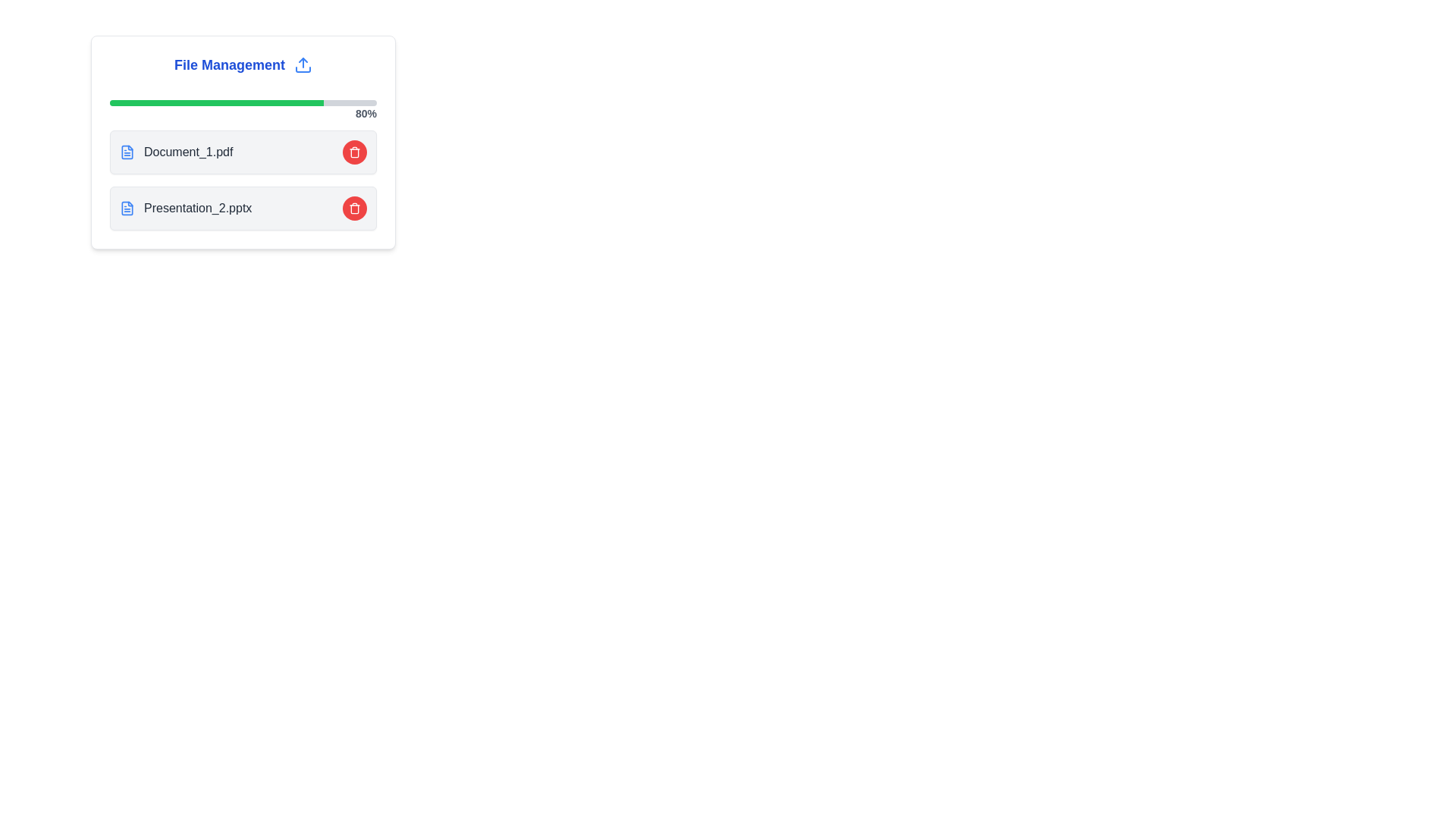  Describe the element at coordinates (353, 208) in the screenshot. I see `the delete button located at the far-right end of the row containing the text 'Presentation_2.pptx'` at that location.